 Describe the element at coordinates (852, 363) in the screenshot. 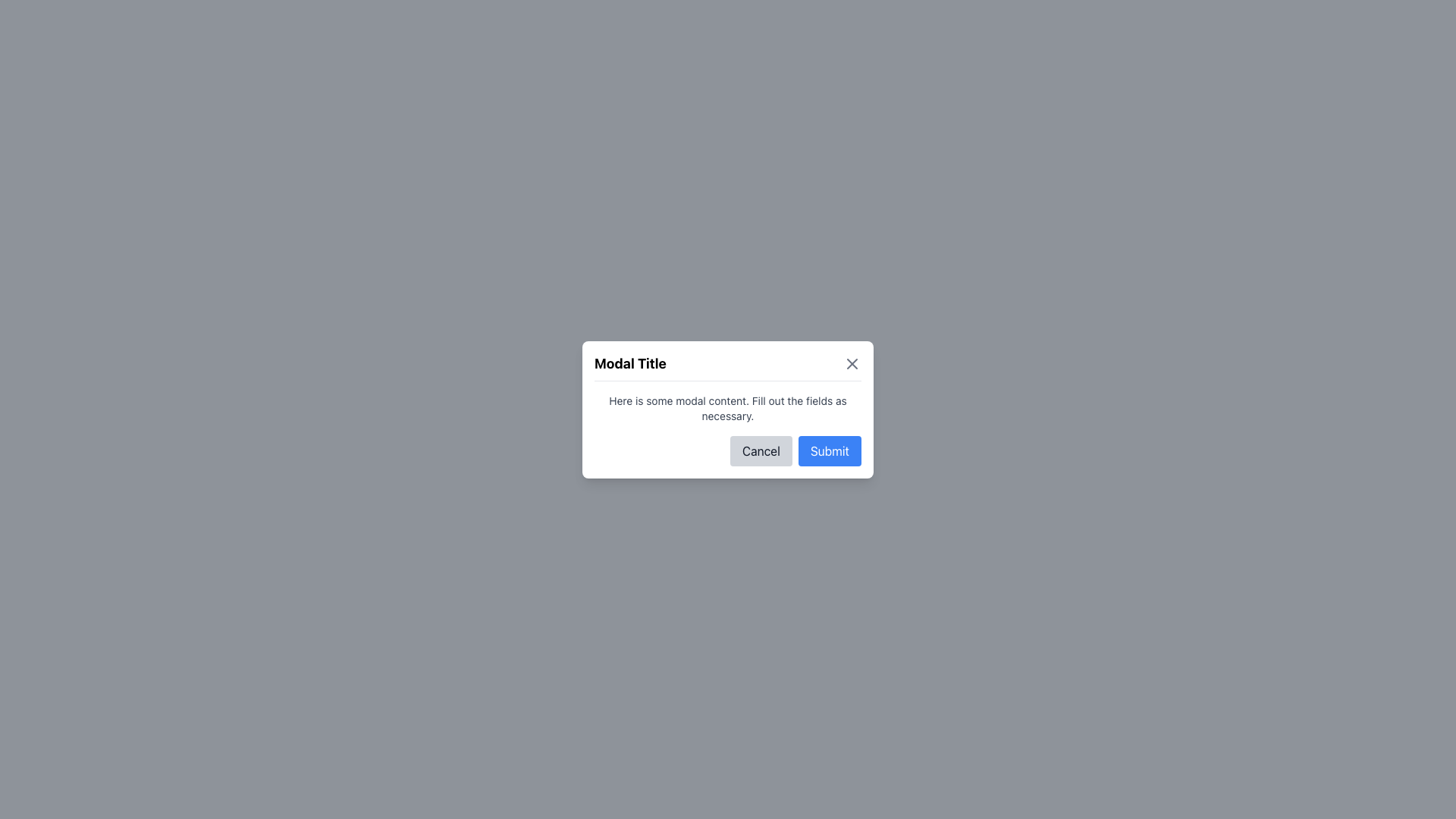

I see `the close button located in the modal dialog header to change its appearance` at that location.